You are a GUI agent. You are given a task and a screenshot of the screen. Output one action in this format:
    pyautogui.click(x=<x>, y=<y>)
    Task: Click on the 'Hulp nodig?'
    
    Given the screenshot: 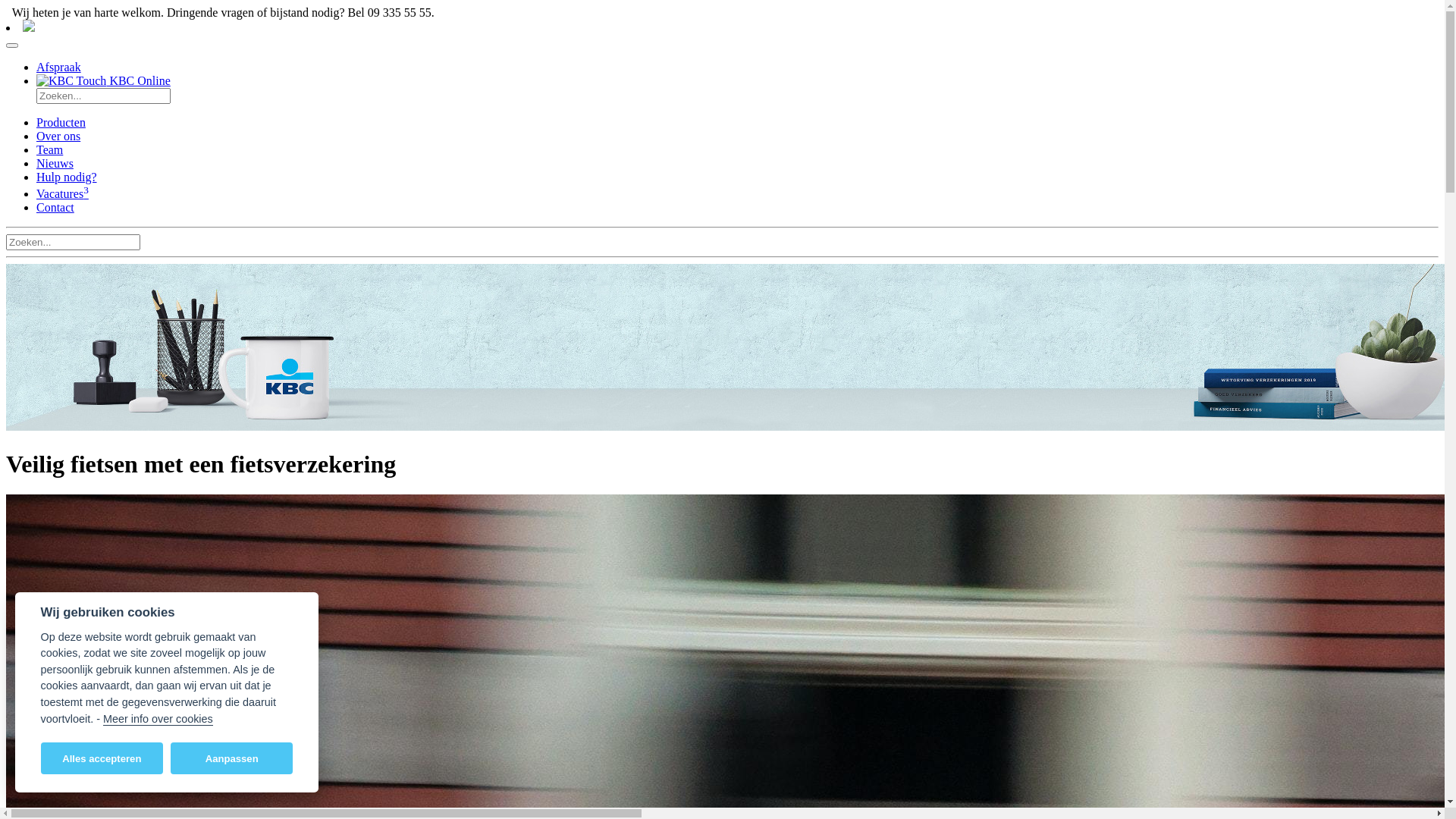 What is the action you would take?
    pyautogui.click(x=65, y=176)
    